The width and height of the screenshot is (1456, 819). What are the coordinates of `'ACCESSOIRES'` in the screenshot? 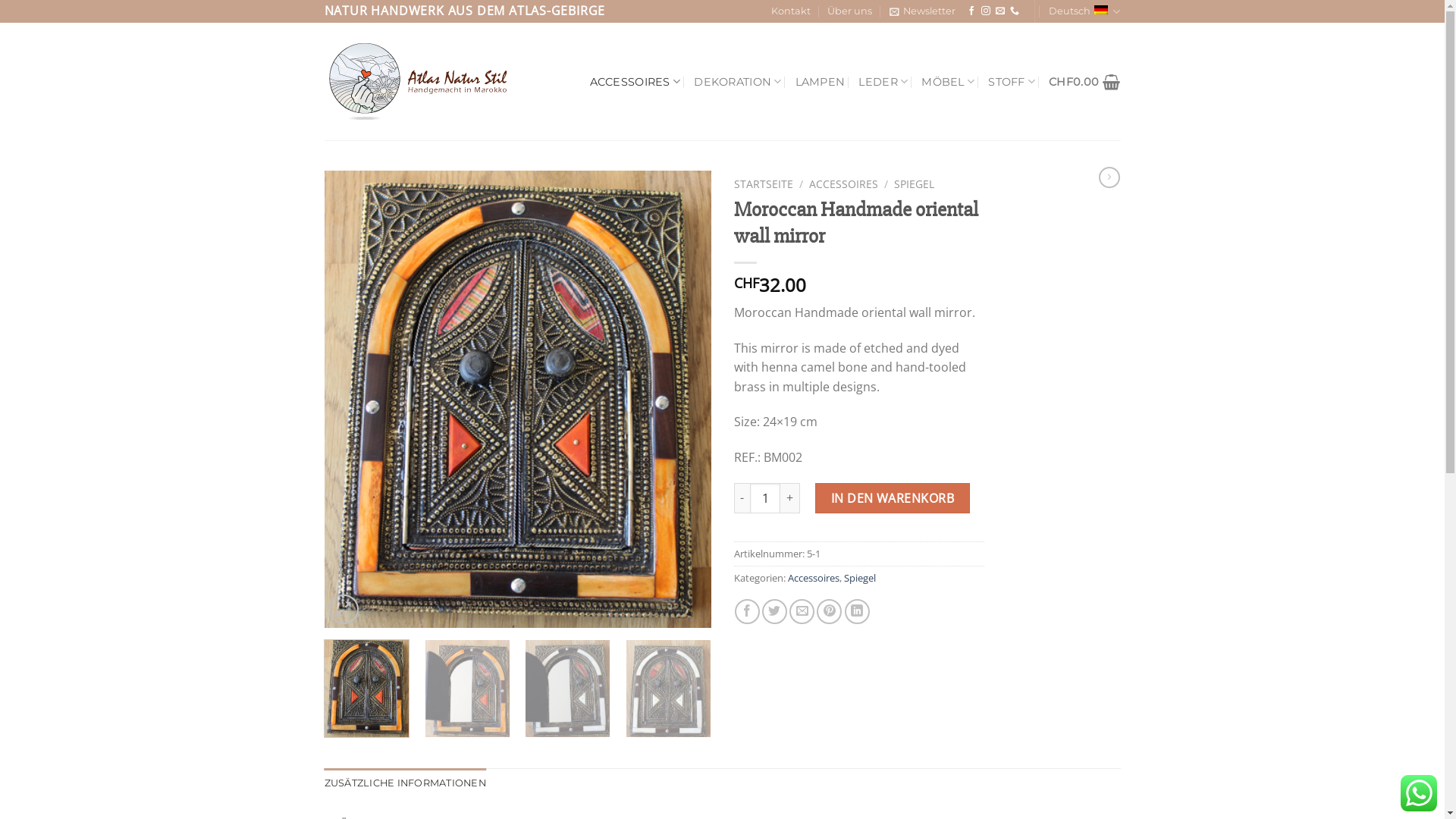 It's located at (635, 81).